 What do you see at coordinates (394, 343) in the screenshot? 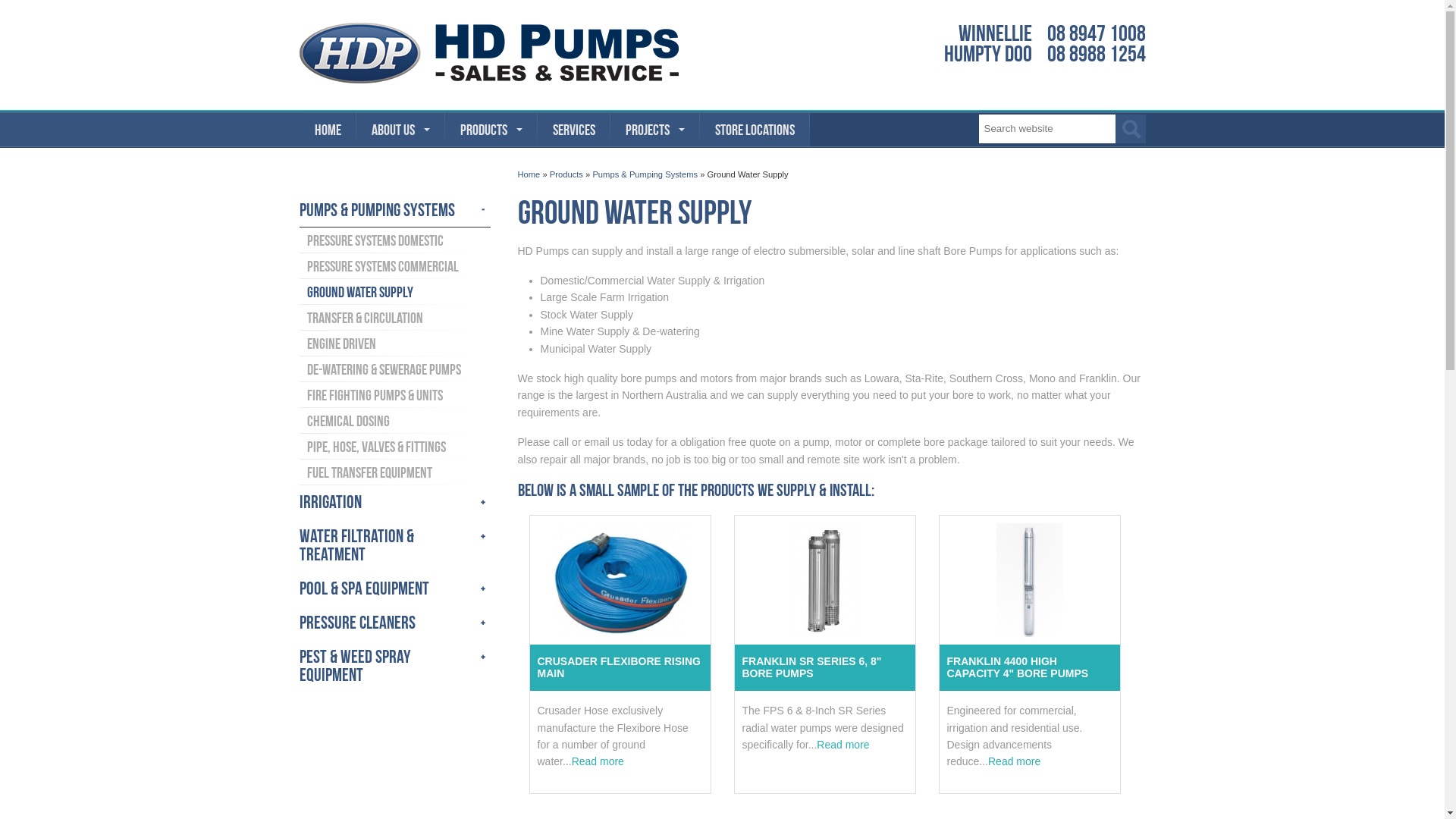
I see `'ENGINE DRIVEN'` at bounding box center [394, 343].